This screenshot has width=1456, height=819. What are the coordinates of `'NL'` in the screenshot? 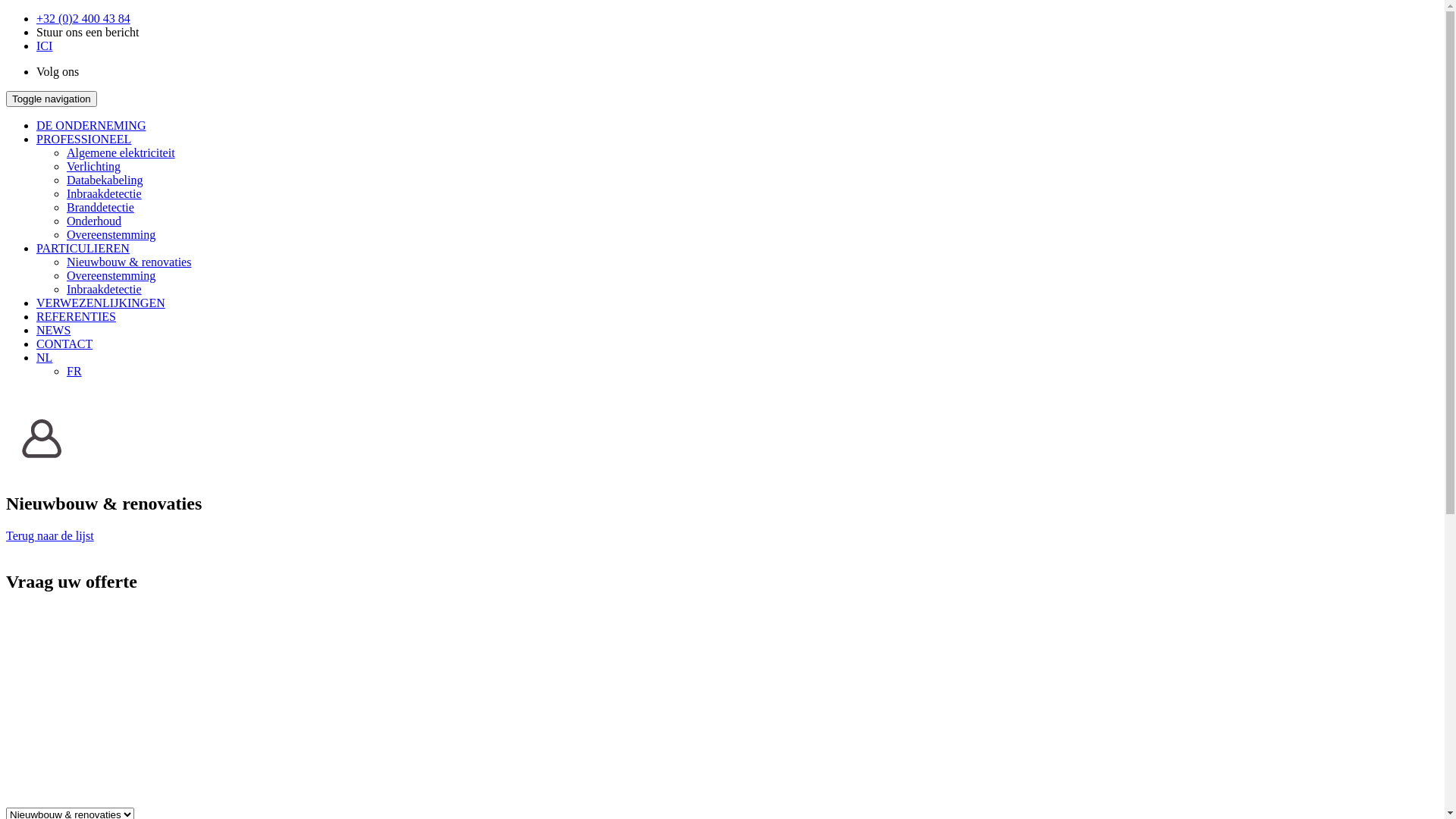 It's located at (44, 357).